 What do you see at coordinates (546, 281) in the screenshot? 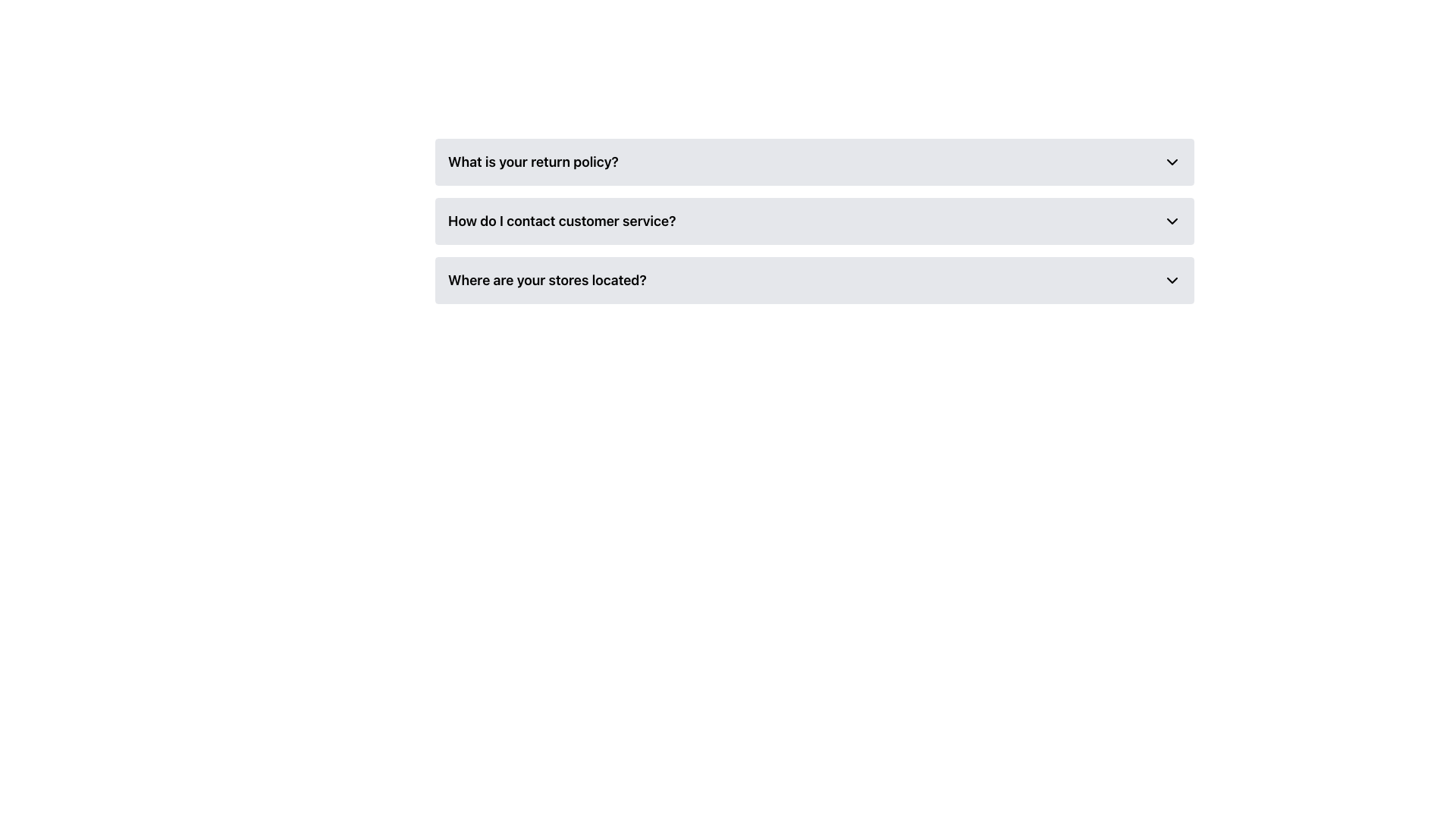
I see `text label 'Where are your stores located?' which is prominently styled and located in the FAQ section, below 'How do I contact customer service?'` at bounding box center [546, 281].